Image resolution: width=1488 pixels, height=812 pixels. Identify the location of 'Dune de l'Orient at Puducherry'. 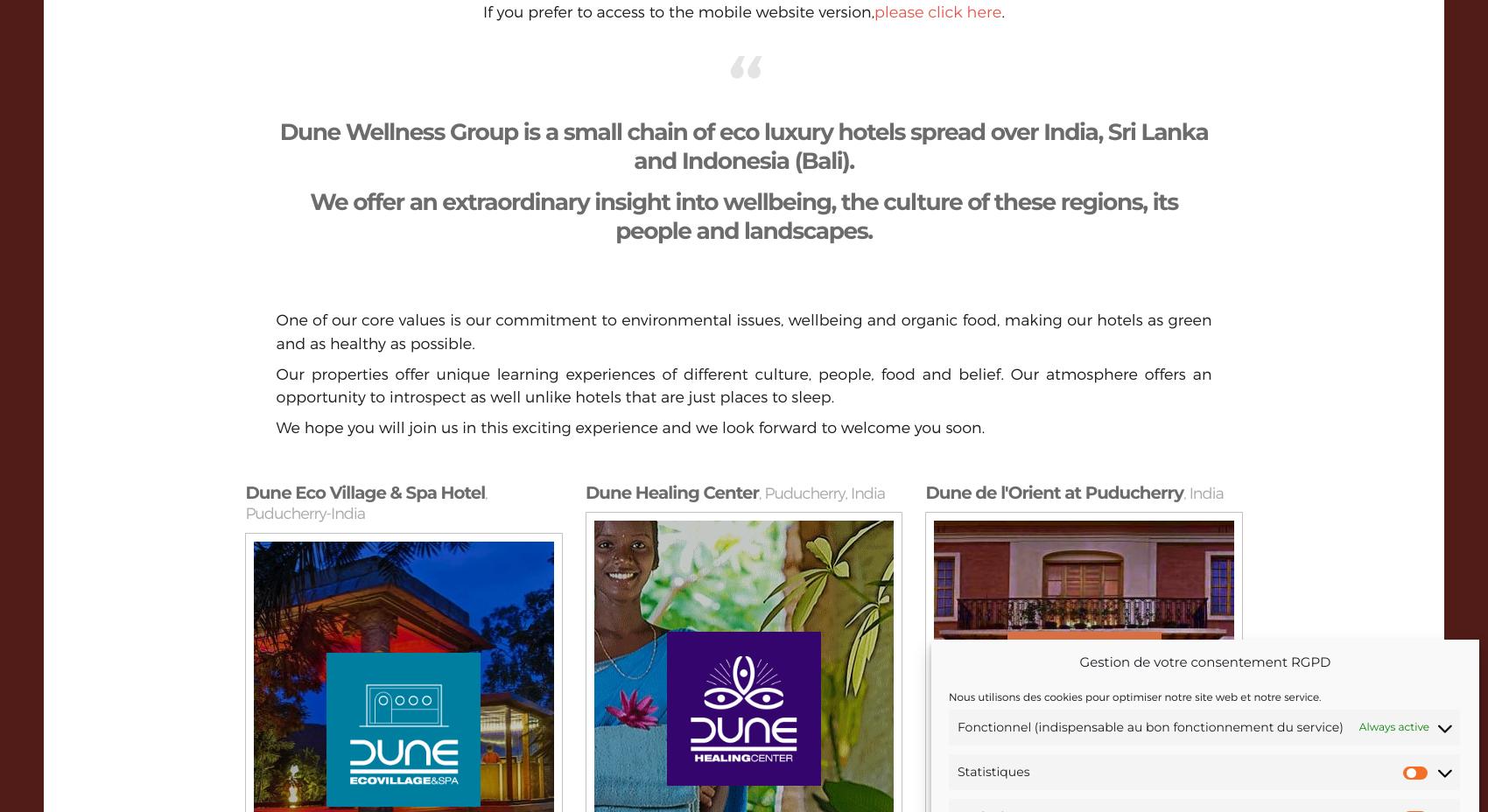
(924, 492).